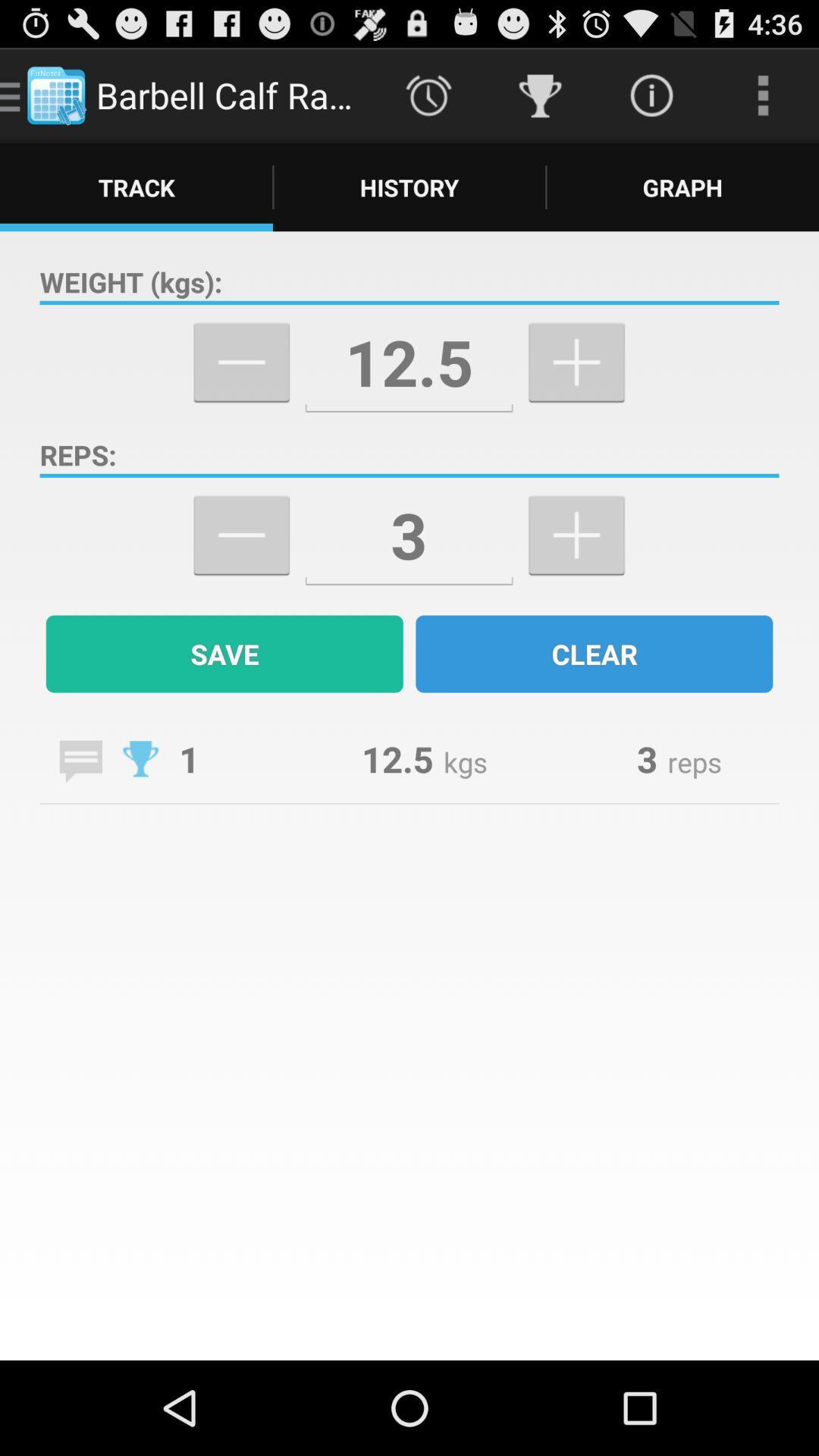 The width and height of the screenshot is (819, 1456). What do you see at coordinates (140, 758) in the screenshot?
I see `see achievements` at bounding box center [140, 758].